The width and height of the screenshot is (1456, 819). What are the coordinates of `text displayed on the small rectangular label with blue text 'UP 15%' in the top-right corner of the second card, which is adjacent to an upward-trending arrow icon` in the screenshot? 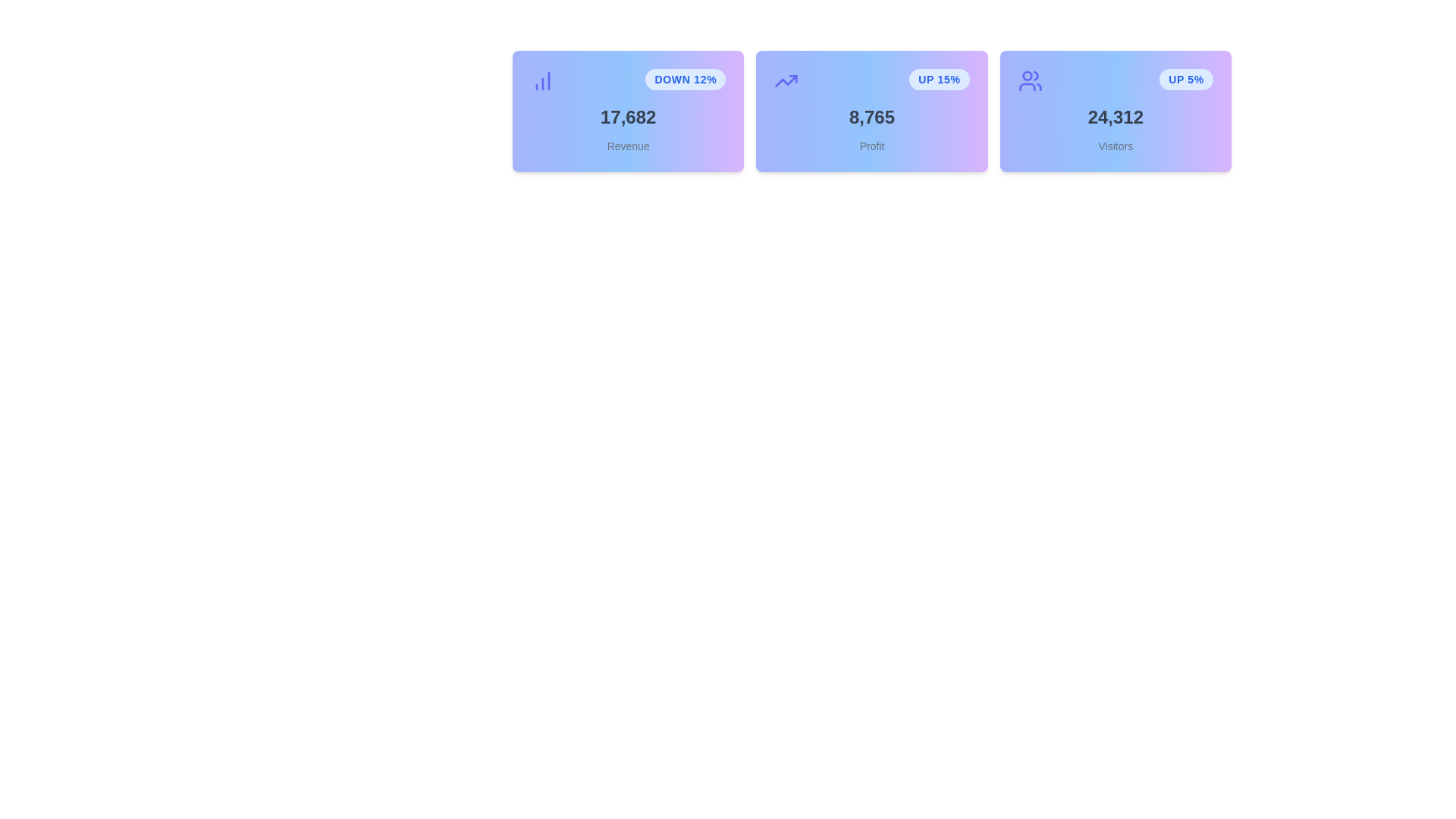 It's located at (938, 79).